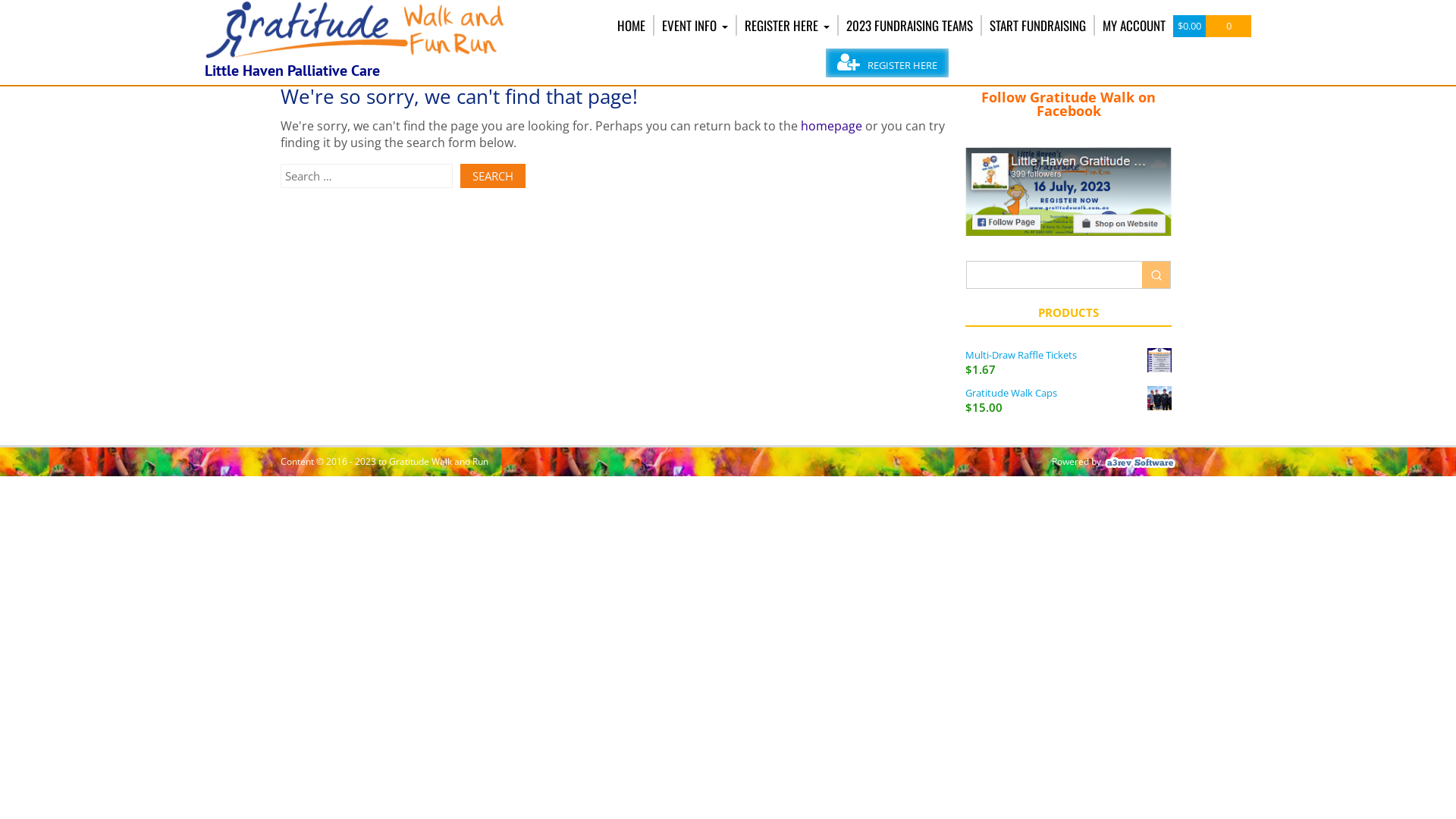 This screenshot has width=1456, height=819. Describe the element at coordinates (964, 393) in the screenshot. I see `'Gratitude Walk Caps'` at that location.